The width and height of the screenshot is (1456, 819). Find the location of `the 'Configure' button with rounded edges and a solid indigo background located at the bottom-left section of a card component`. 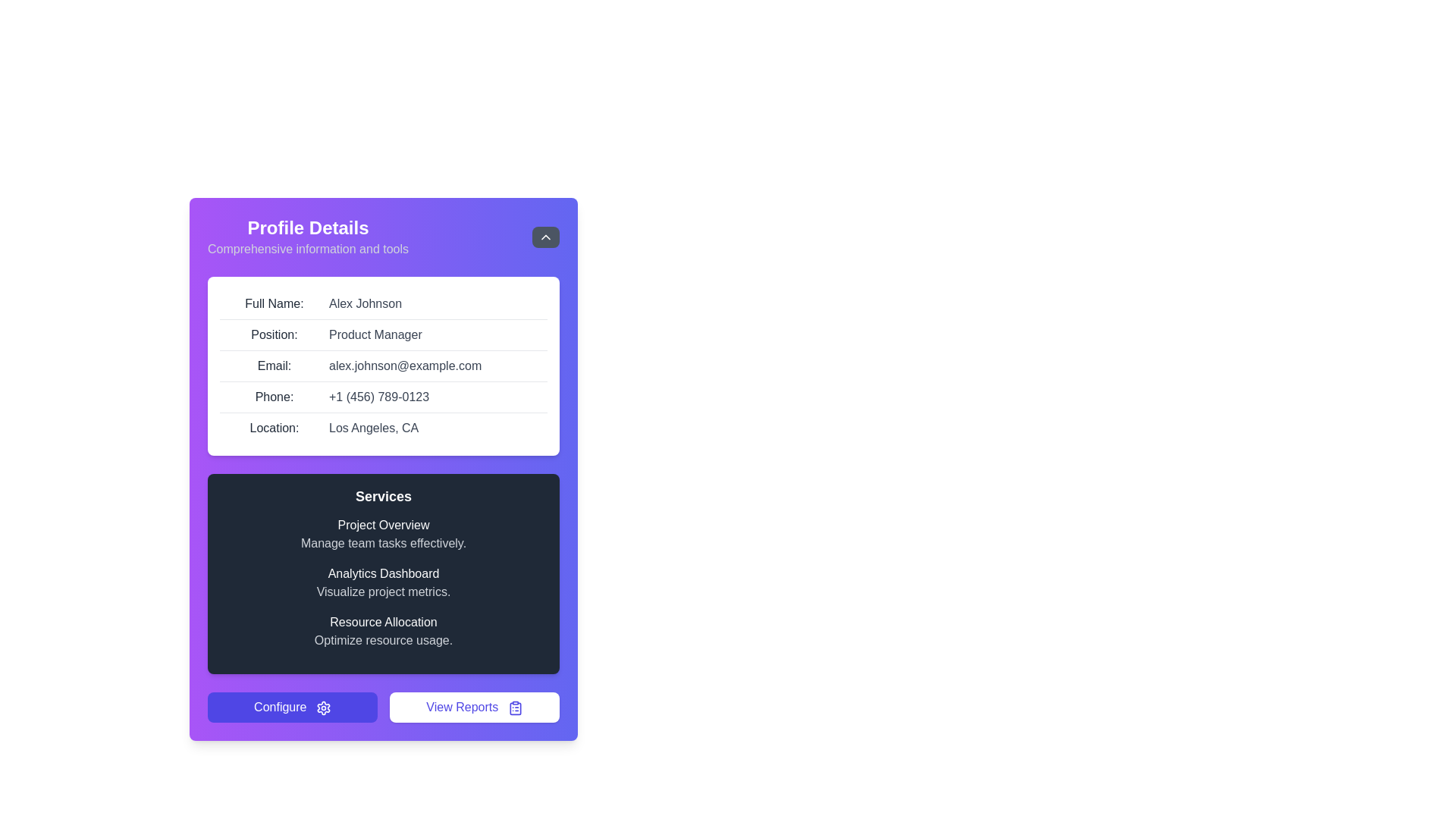

the 'Configure' button with rounded edges and a solid indigo background located at the bottom-left section of a card component is located at coordinates (292, 708).